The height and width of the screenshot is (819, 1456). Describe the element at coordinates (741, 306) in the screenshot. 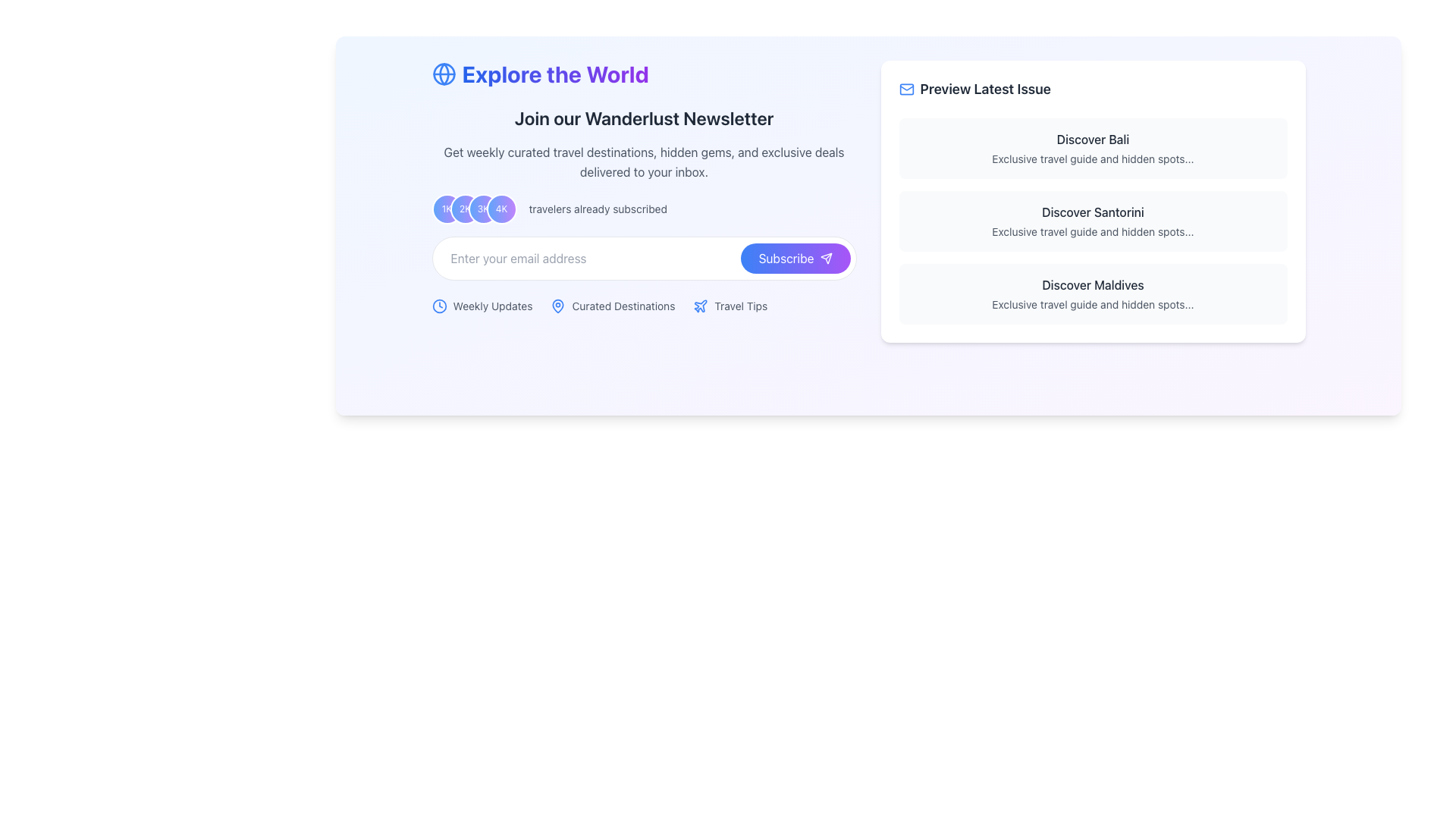

I see `the text label displaying 'Travel Tips' in gray, located to the left of the 'Preview Latest Issue' panel, following 'Weekly Updates' and 'Curated Destinations'` at that location.